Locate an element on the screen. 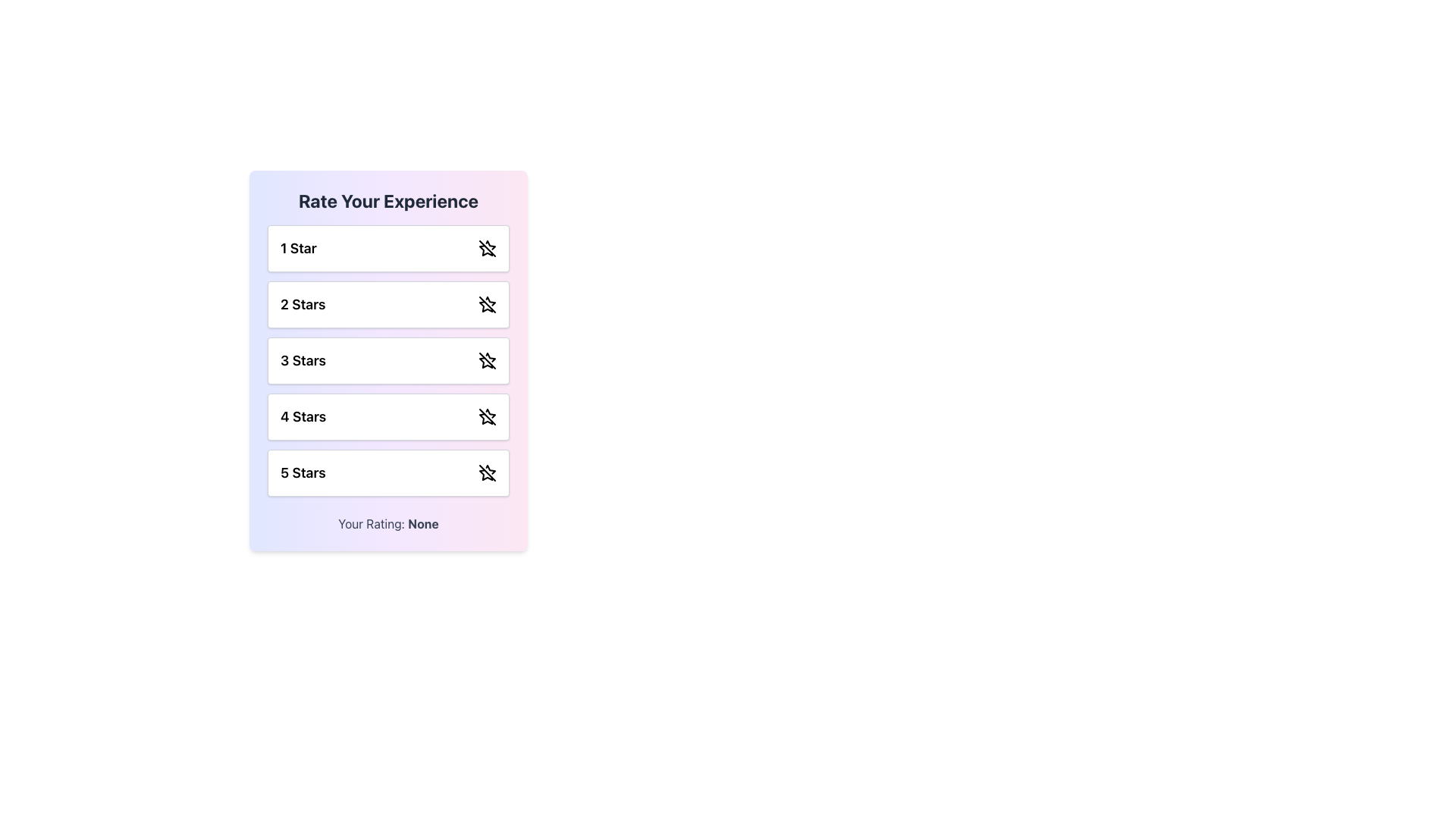  the star-shaped icon graphic with a crossed-out design, which is the central subcomponent of the fourth rating option labeled '4 Stars' is located at coordinates (486, 419).